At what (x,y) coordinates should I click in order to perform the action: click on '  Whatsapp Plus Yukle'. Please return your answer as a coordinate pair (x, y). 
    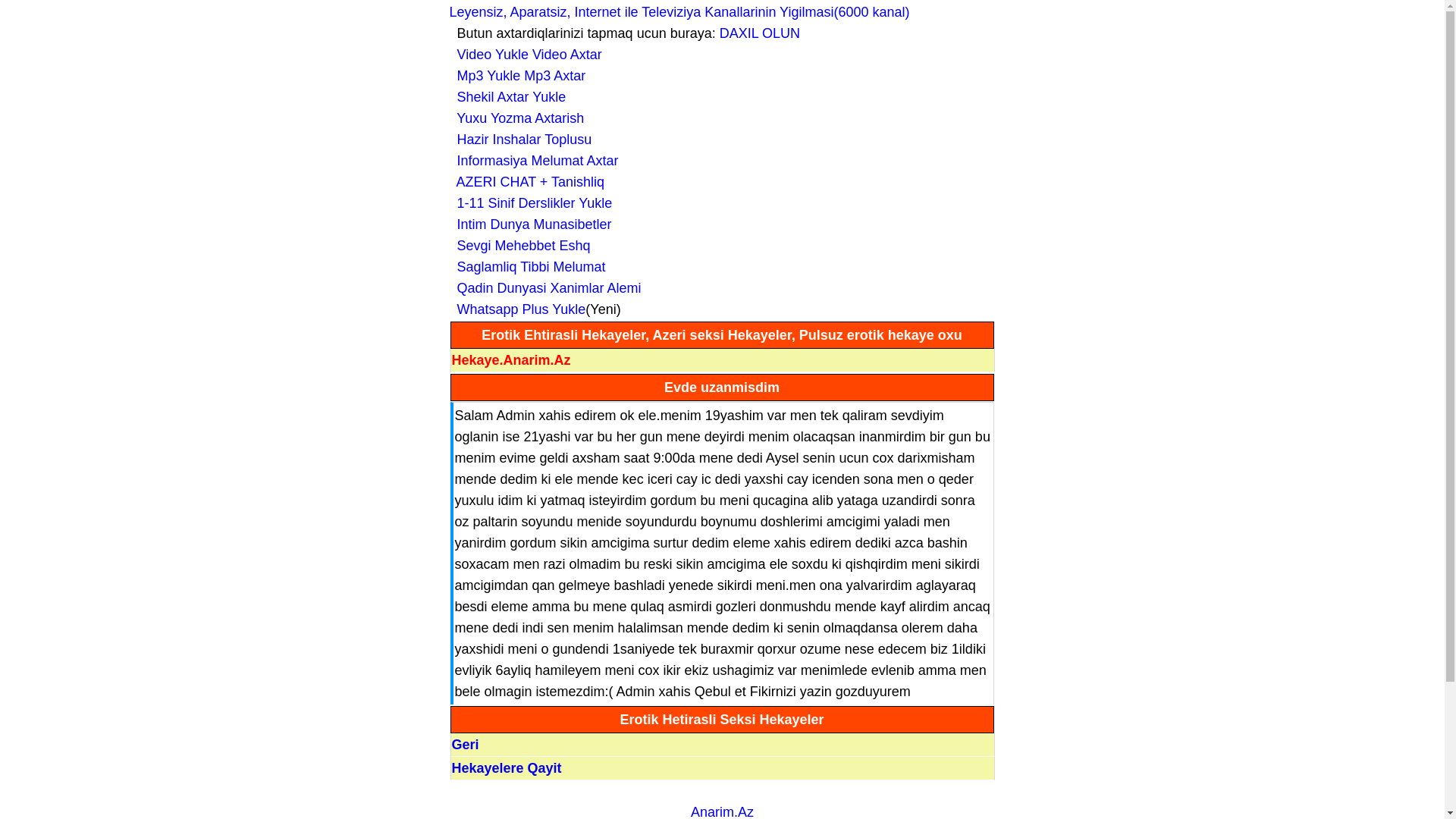
    Looking at the image, I should click on (516, 309).